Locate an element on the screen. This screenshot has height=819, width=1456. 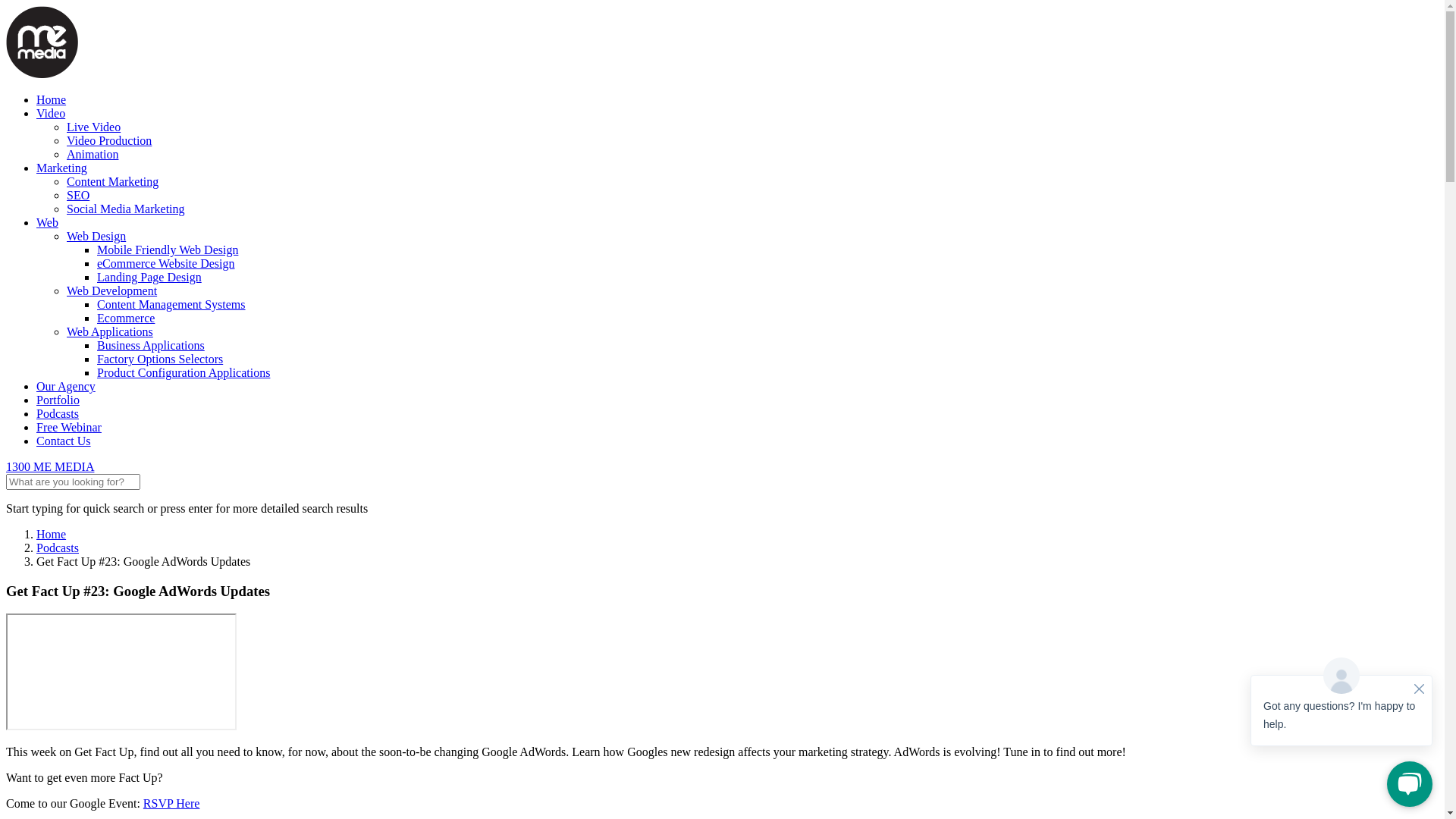
'Portfolio' is located at coordinates (36, 399).